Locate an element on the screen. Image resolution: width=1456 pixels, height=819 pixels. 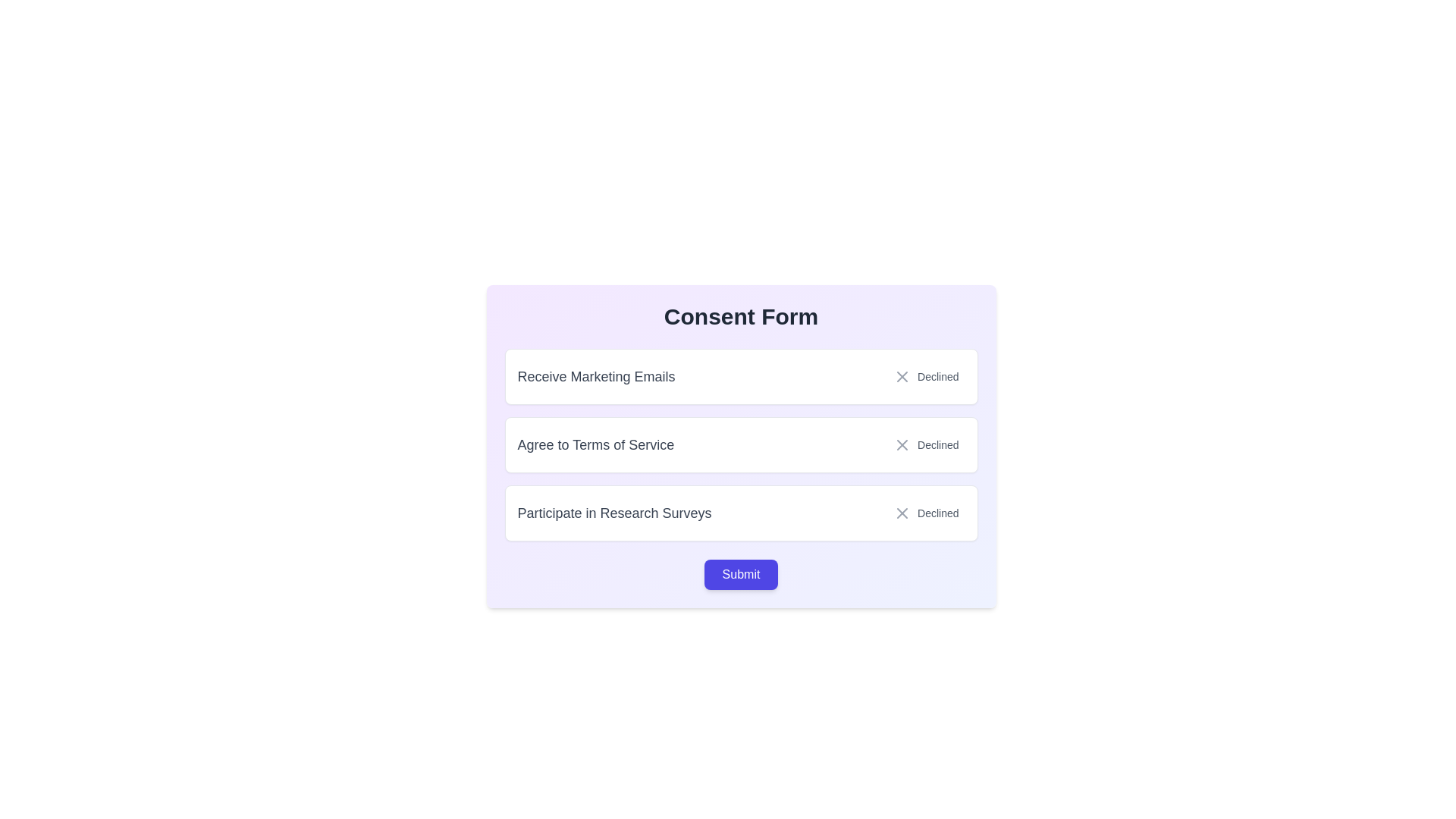
the text label that reads 'Participate in Research Surveys,' which is styled with a gray font color and located at the bottom of three vertically stacked cards is located at coordinates (614, 513).